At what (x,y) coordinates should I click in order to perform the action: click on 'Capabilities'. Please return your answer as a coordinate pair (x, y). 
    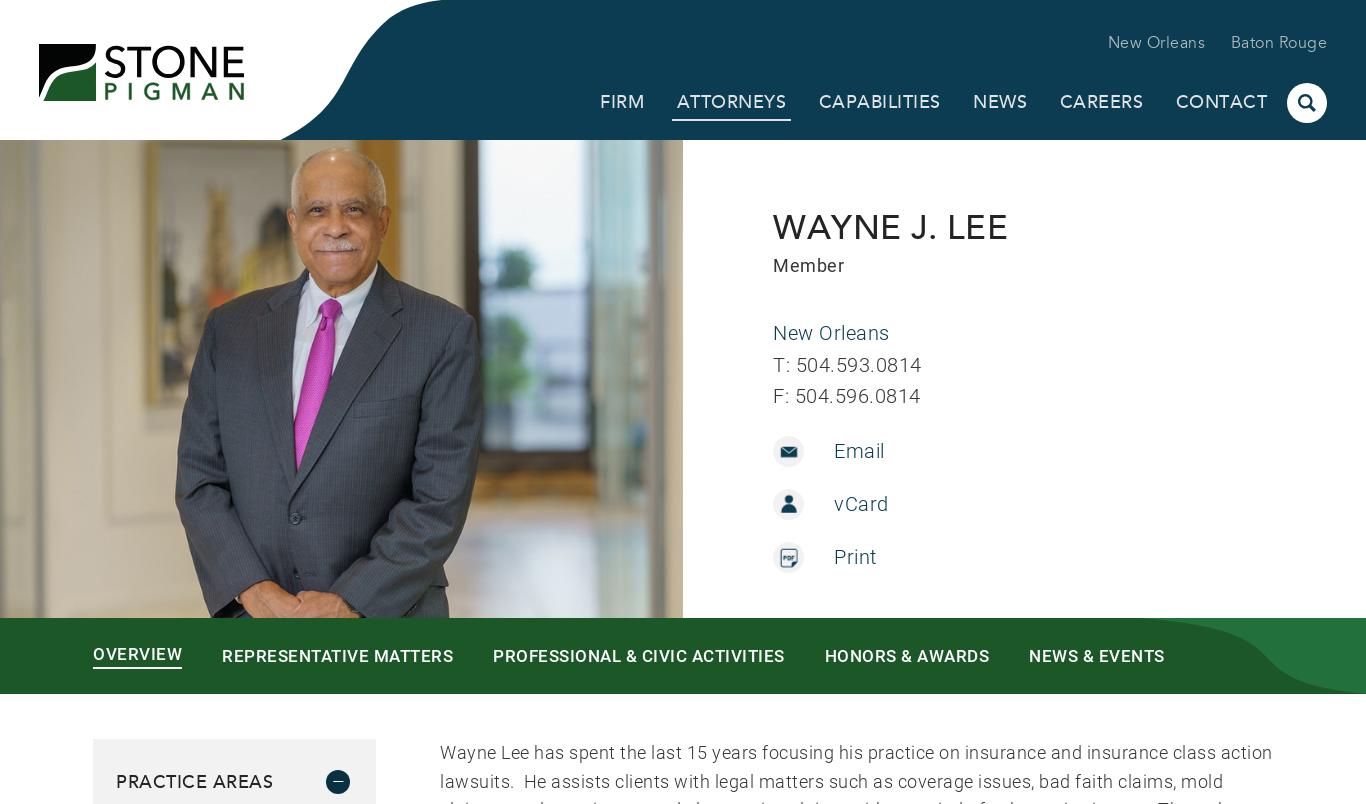
    Looking at the image, I should click on (878, 102).